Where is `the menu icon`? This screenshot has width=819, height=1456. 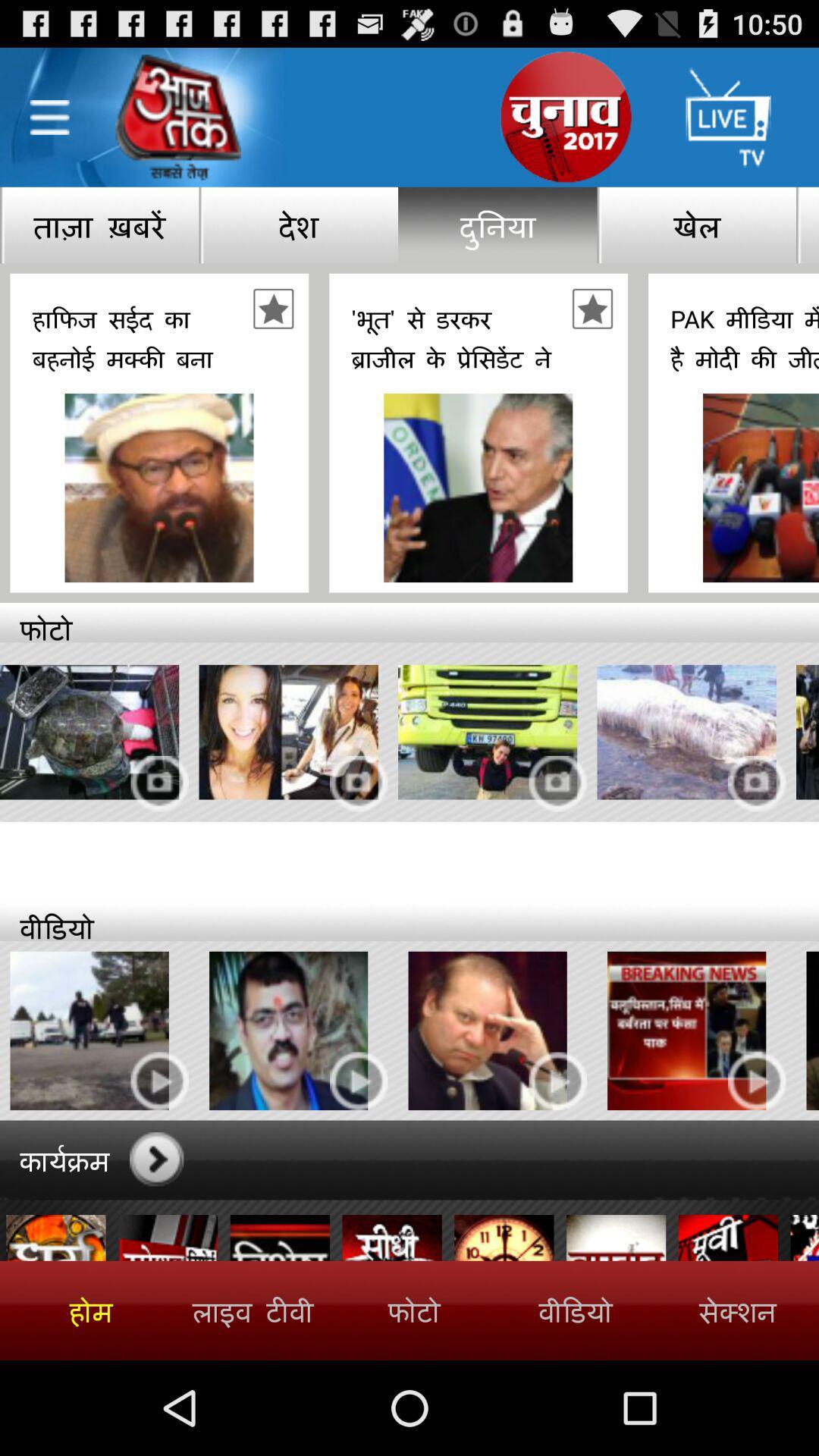
the menu icon is located at coordinates (49, 125).